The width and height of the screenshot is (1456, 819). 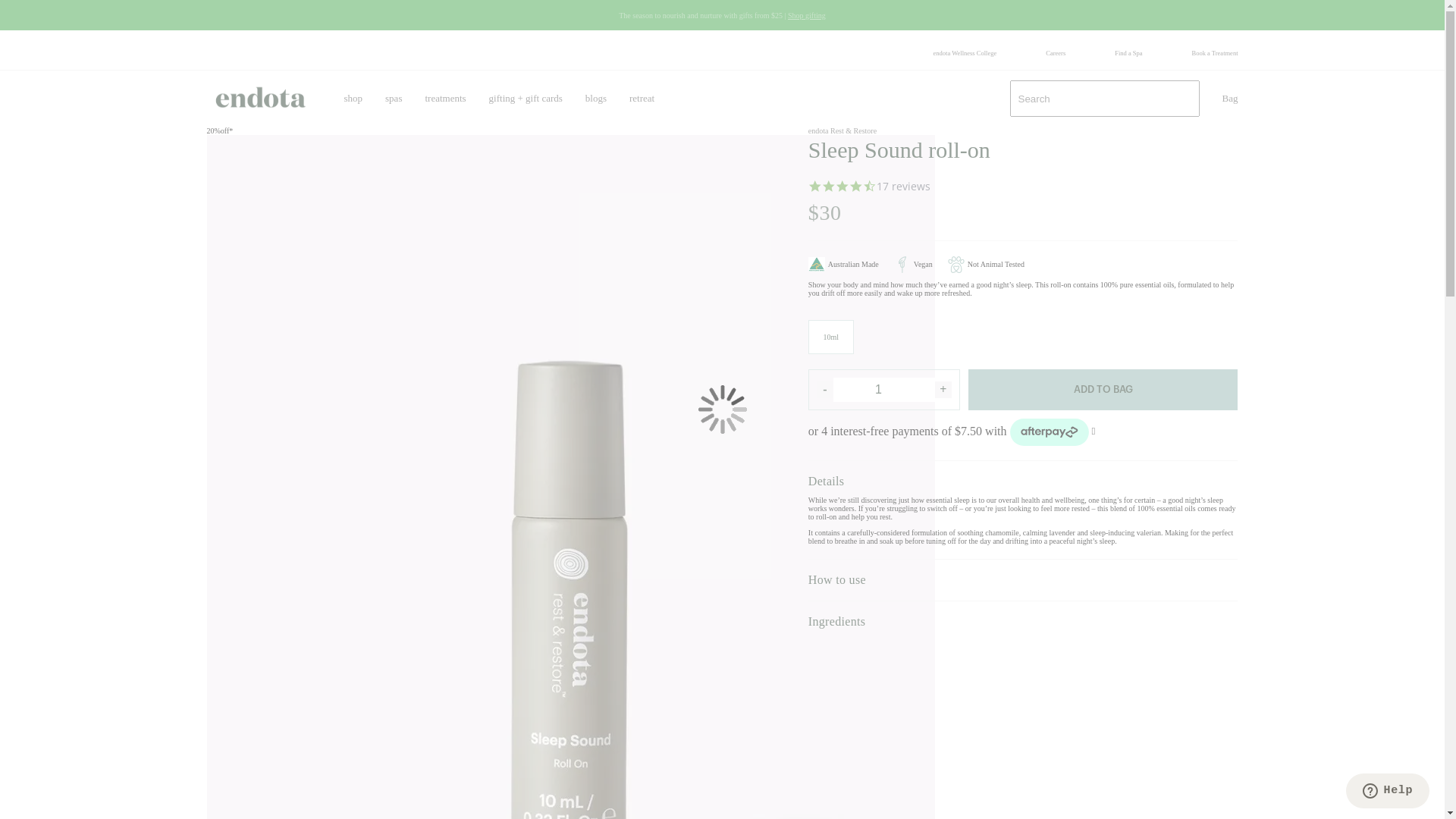 What do you see at coordinates (1103, 388) in the screenshot?
I see `'ADD TO BAG'` at bounding box center [1103, 388].